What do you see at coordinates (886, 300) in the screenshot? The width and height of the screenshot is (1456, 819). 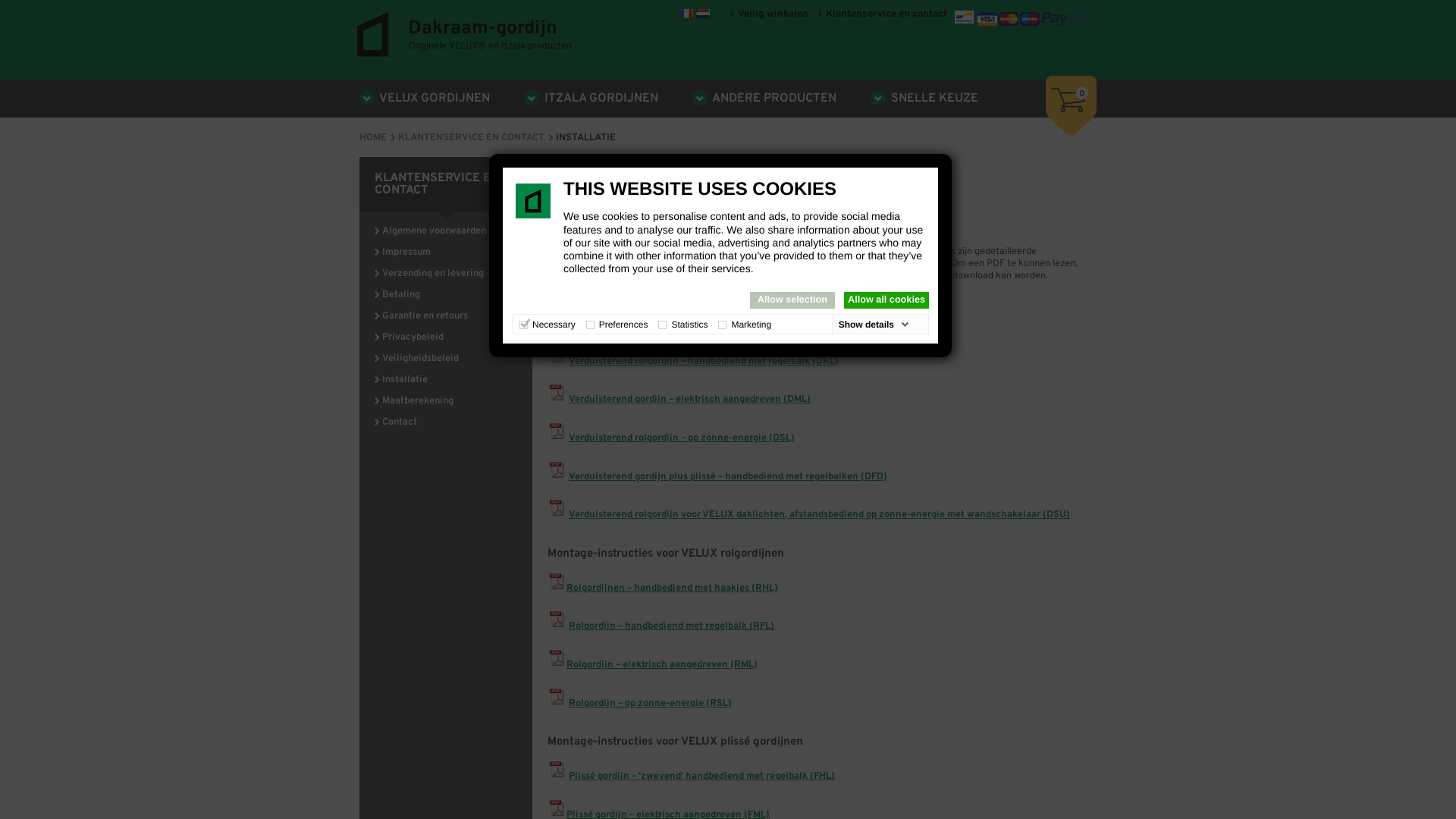 I see `'Allow all cookies'` at bounding box center [886, 300].